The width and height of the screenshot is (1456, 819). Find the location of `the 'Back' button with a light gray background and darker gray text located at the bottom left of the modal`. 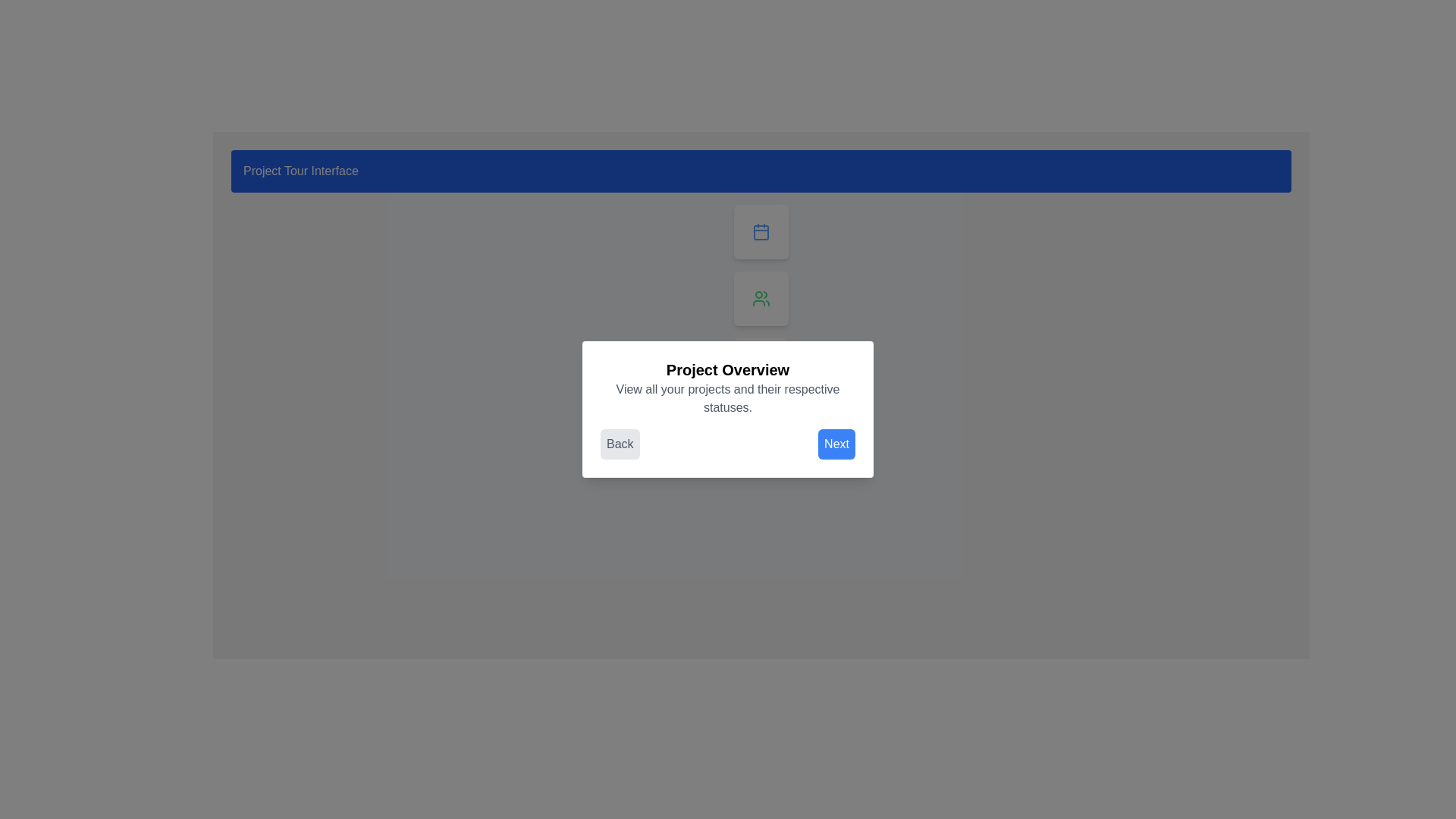

the 'Back' button with a light gray background and darker gray text located at the bottom left of the modal is located at coordinates (620, 444).